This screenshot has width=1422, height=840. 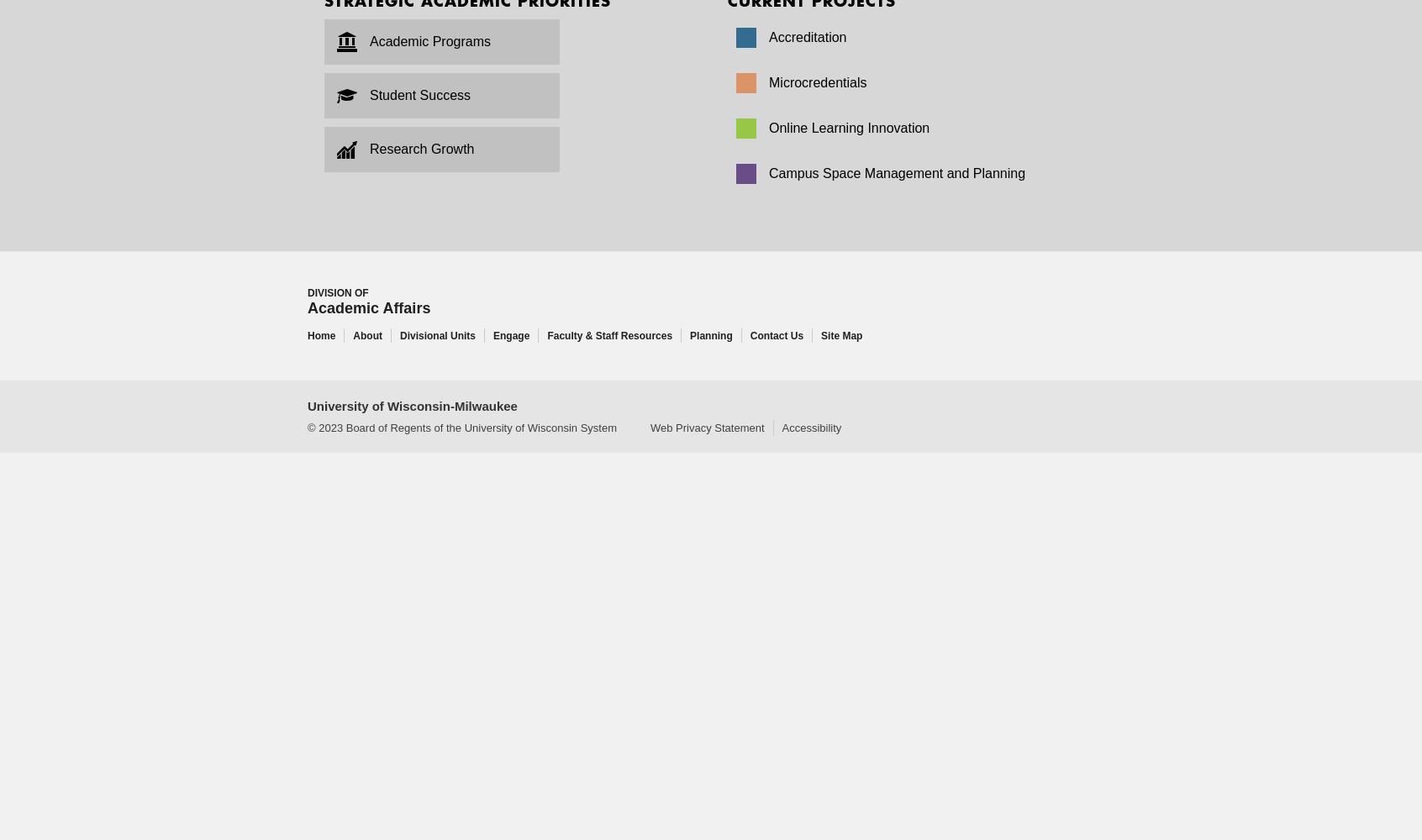 I want to click on 'Faculty & Staff Resources', so click(x=608, y=336).